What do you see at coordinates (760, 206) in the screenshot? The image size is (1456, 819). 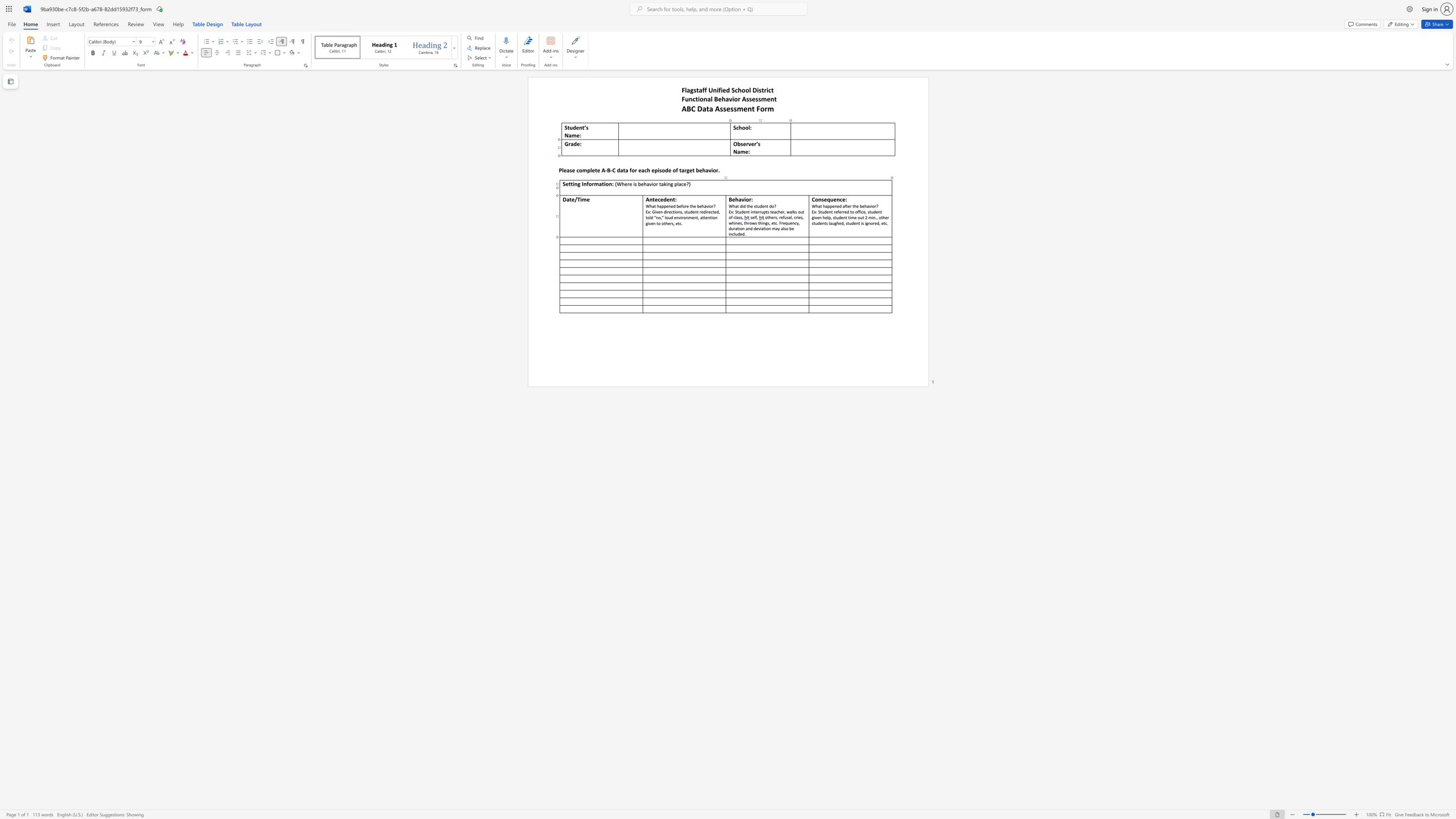 I see `the 3th character "d" in the text` at bounding box center [760, 206].